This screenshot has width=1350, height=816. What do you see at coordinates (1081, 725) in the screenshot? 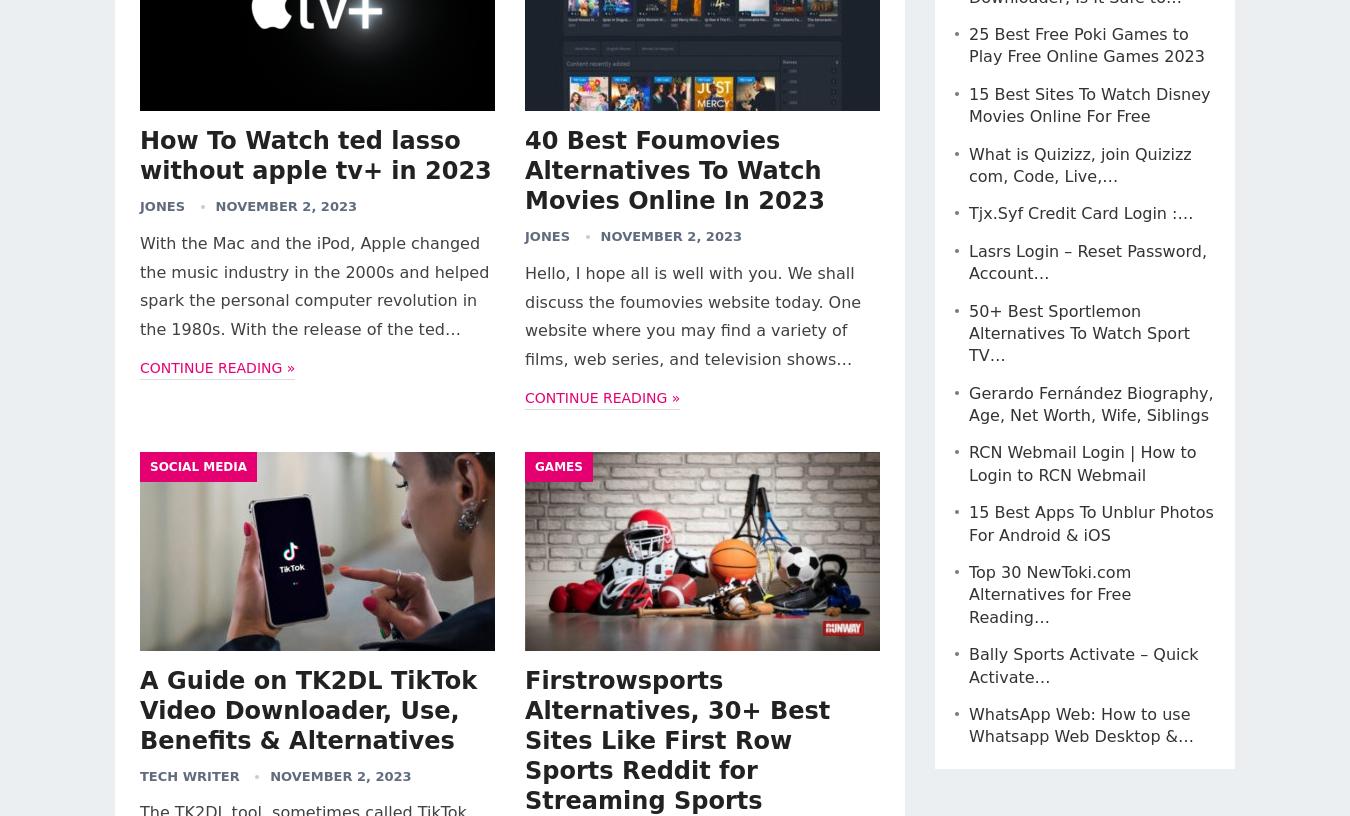
I see `'WhatsApp Web: How to use Whatsapp Web Desktop &…'` at bounding box center [1081, 725].